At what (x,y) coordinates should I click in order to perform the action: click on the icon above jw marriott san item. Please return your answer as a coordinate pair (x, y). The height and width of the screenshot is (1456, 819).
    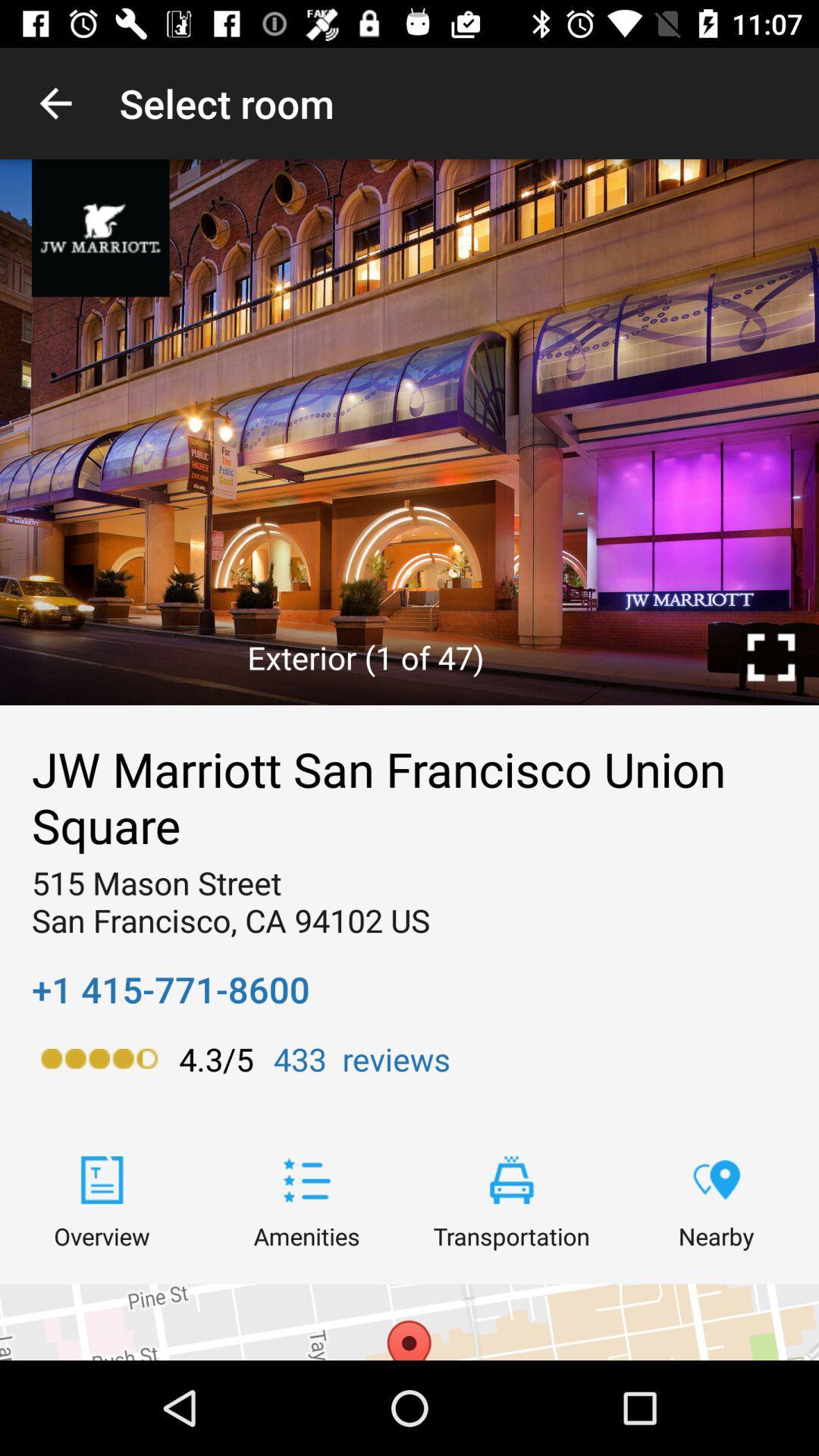
    Looking at the image, I should click on (771, 657).